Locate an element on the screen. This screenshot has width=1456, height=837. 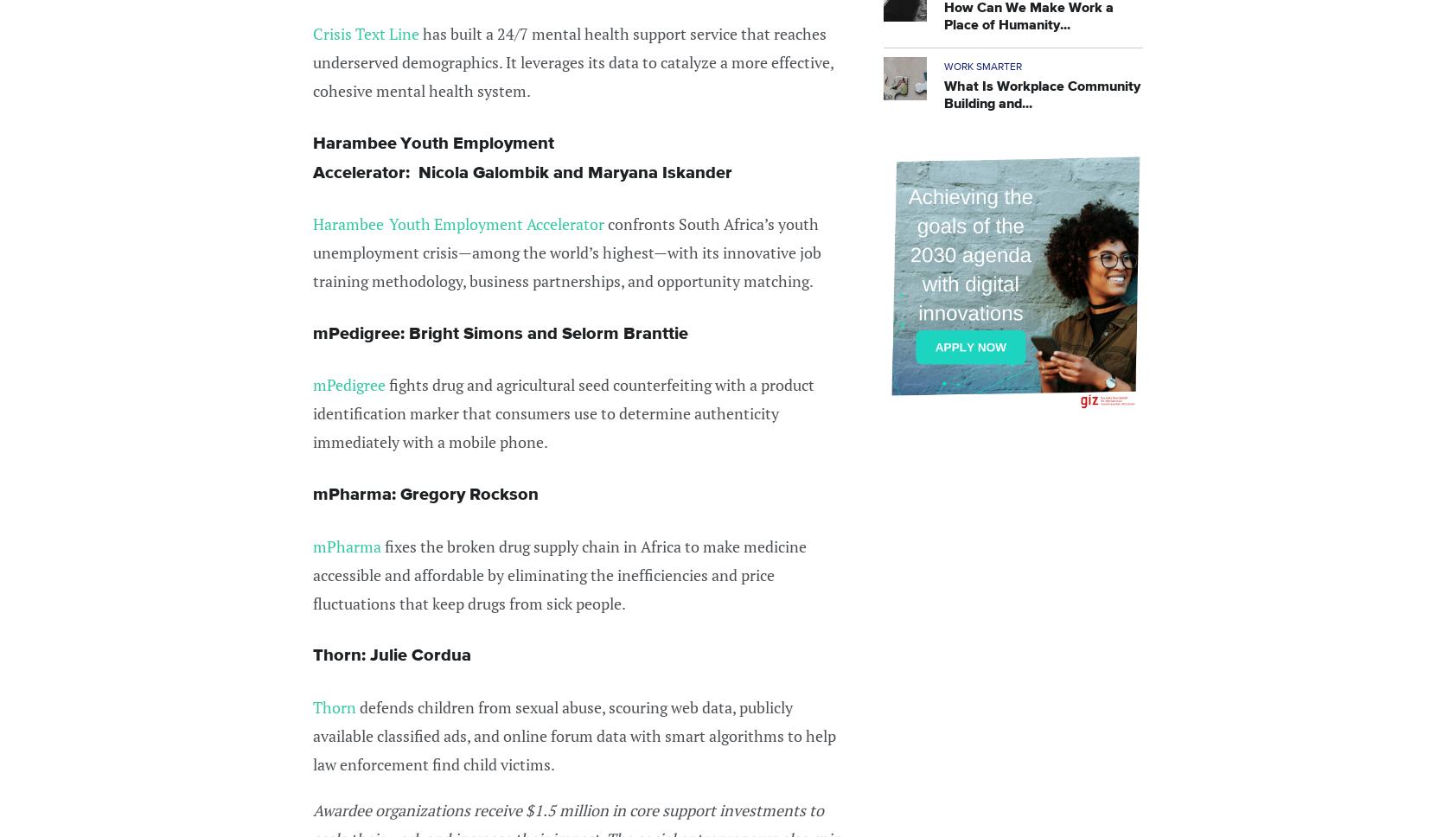
'Crisis Text Line' is located at coordinates (367, 34).